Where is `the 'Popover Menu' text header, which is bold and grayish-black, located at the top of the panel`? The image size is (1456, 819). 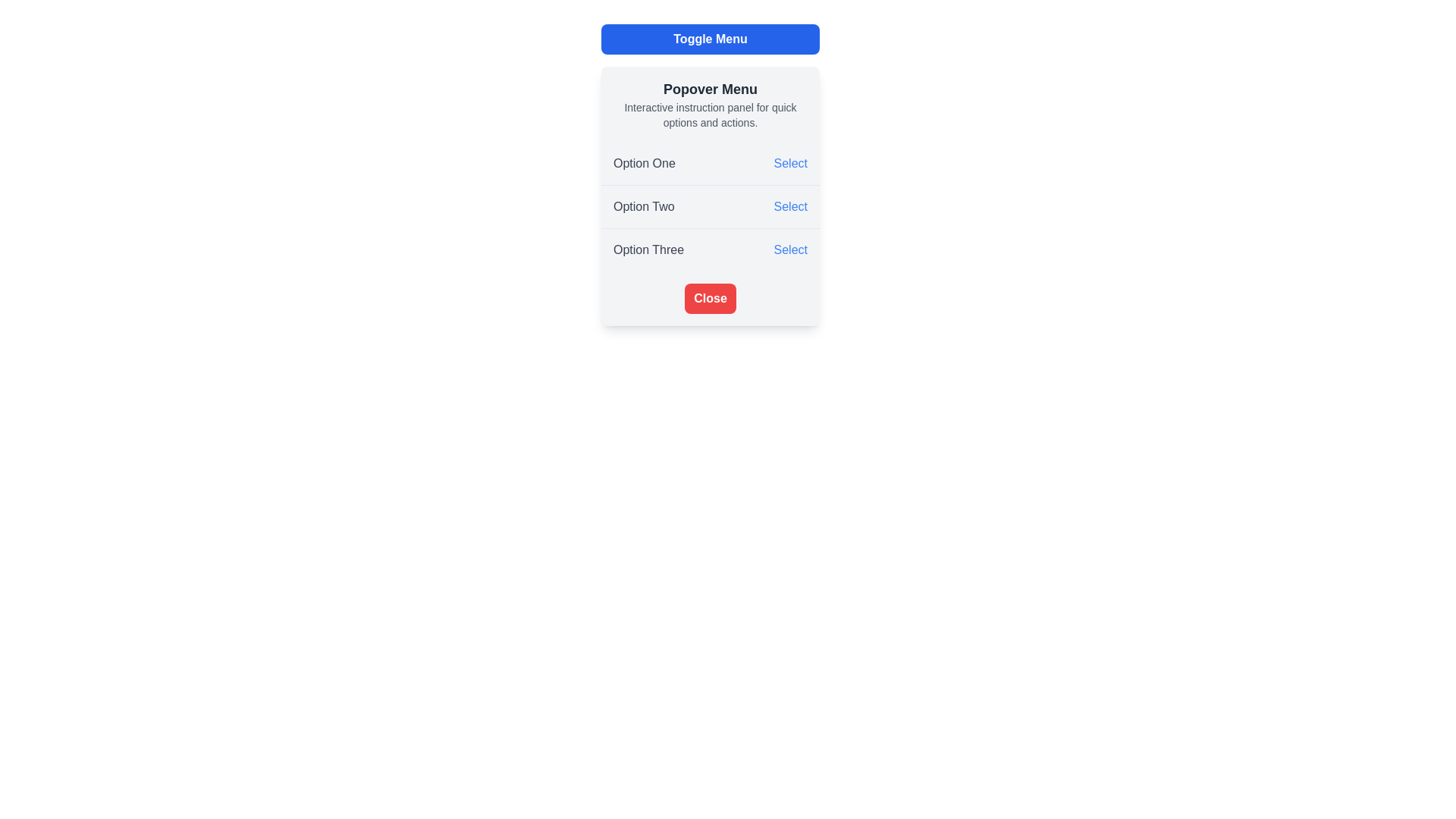 the 'Popover Menu' text header, which is bold and grayish-black, located at the top of the panel is located at coordinates (709, 89).